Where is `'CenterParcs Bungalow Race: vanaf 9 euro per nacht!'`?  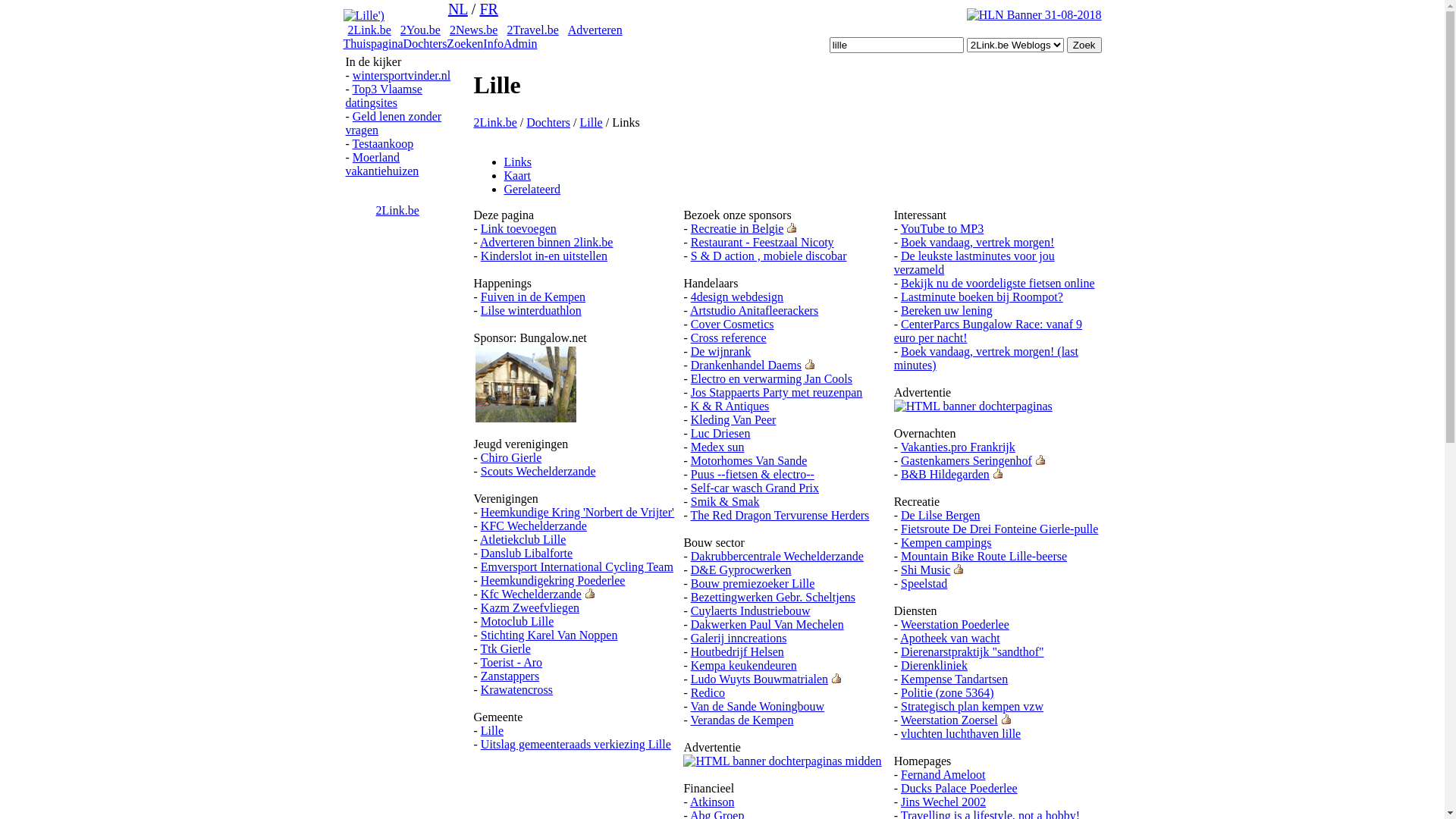 'CenterParcs Bungalow Race: vanaf 9 euro per nacht!' is located at coordinates (987, 330).